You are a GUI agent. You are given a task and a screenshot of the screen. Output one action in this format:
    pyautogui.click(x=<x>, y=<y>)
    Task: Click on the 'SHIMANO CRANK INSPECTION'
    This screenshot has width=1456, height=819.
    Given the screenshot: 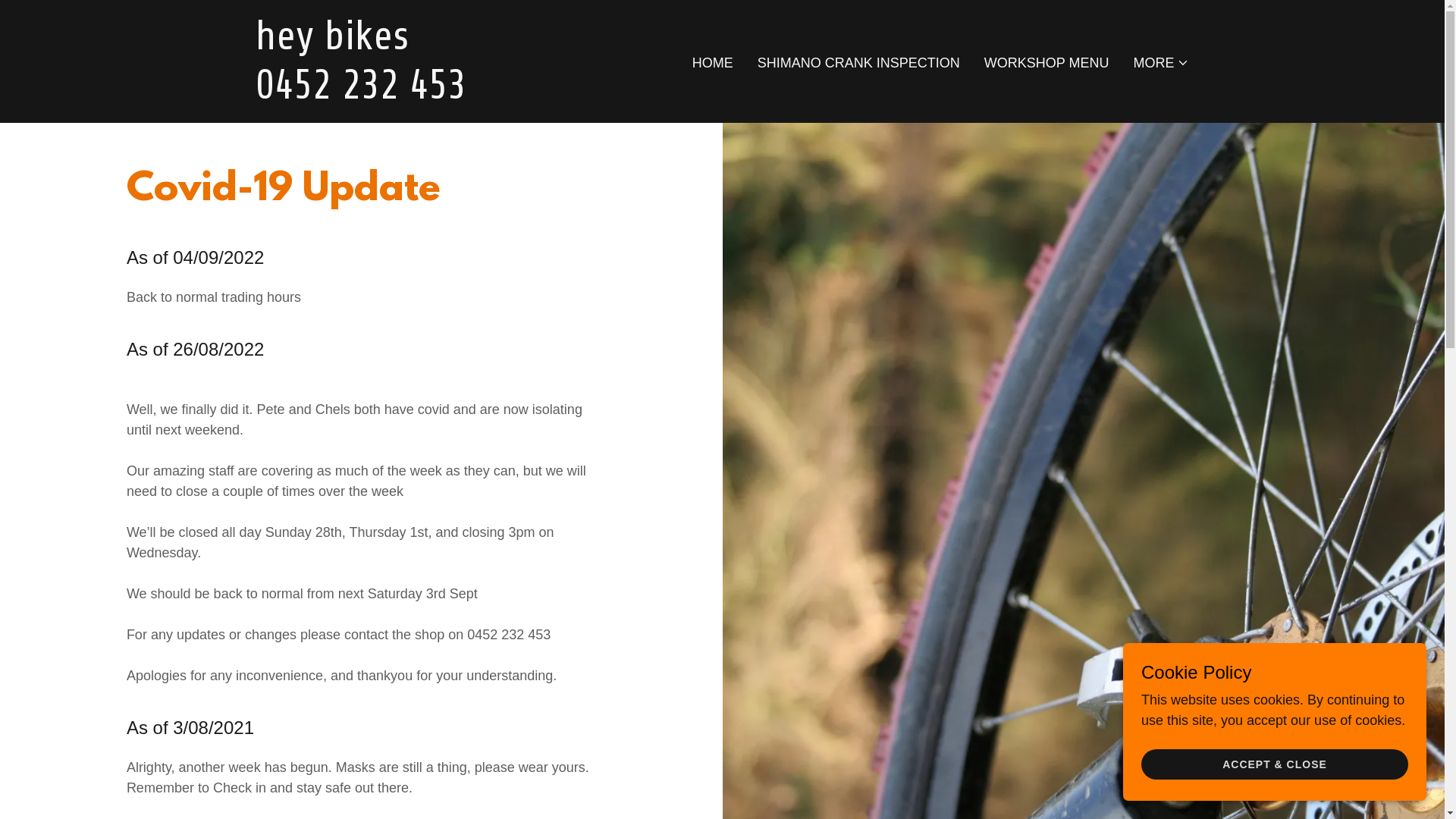 What is the action you would take?
    pyautogui.click(x=753, y=62)
    